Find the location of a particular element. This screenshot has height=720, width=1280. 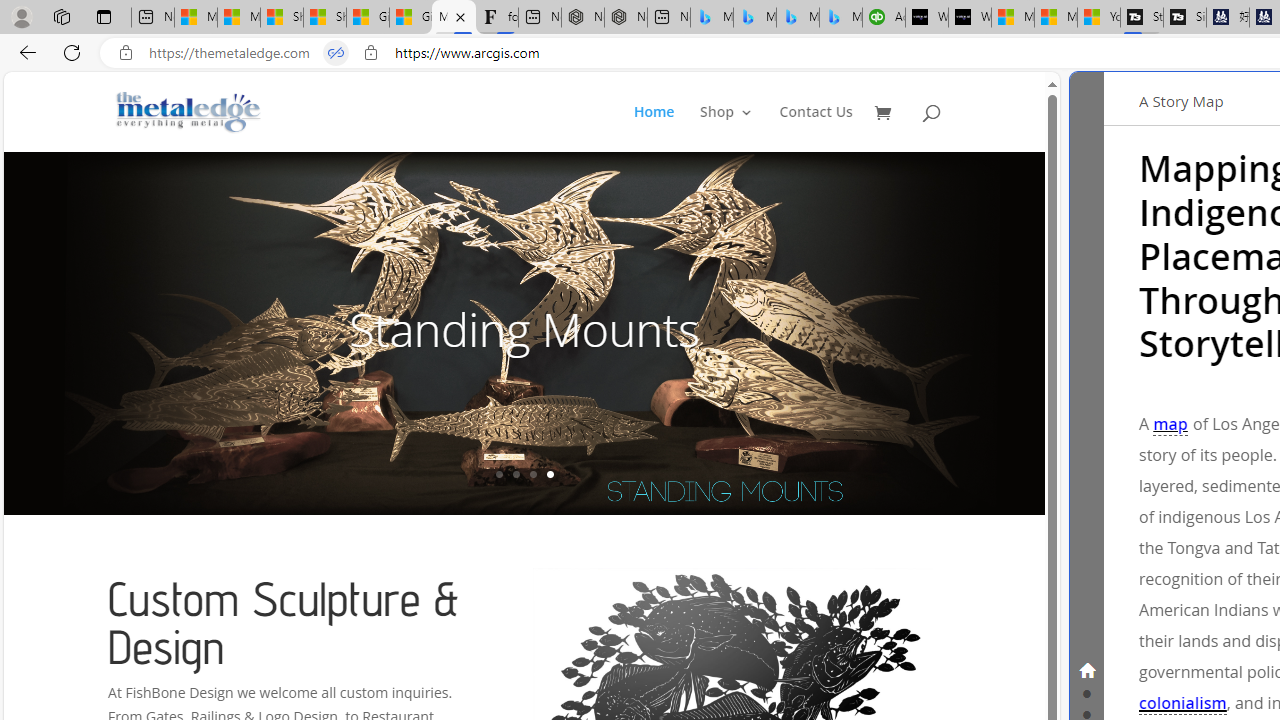

'Shop3' is located at coordinates (736, 128).